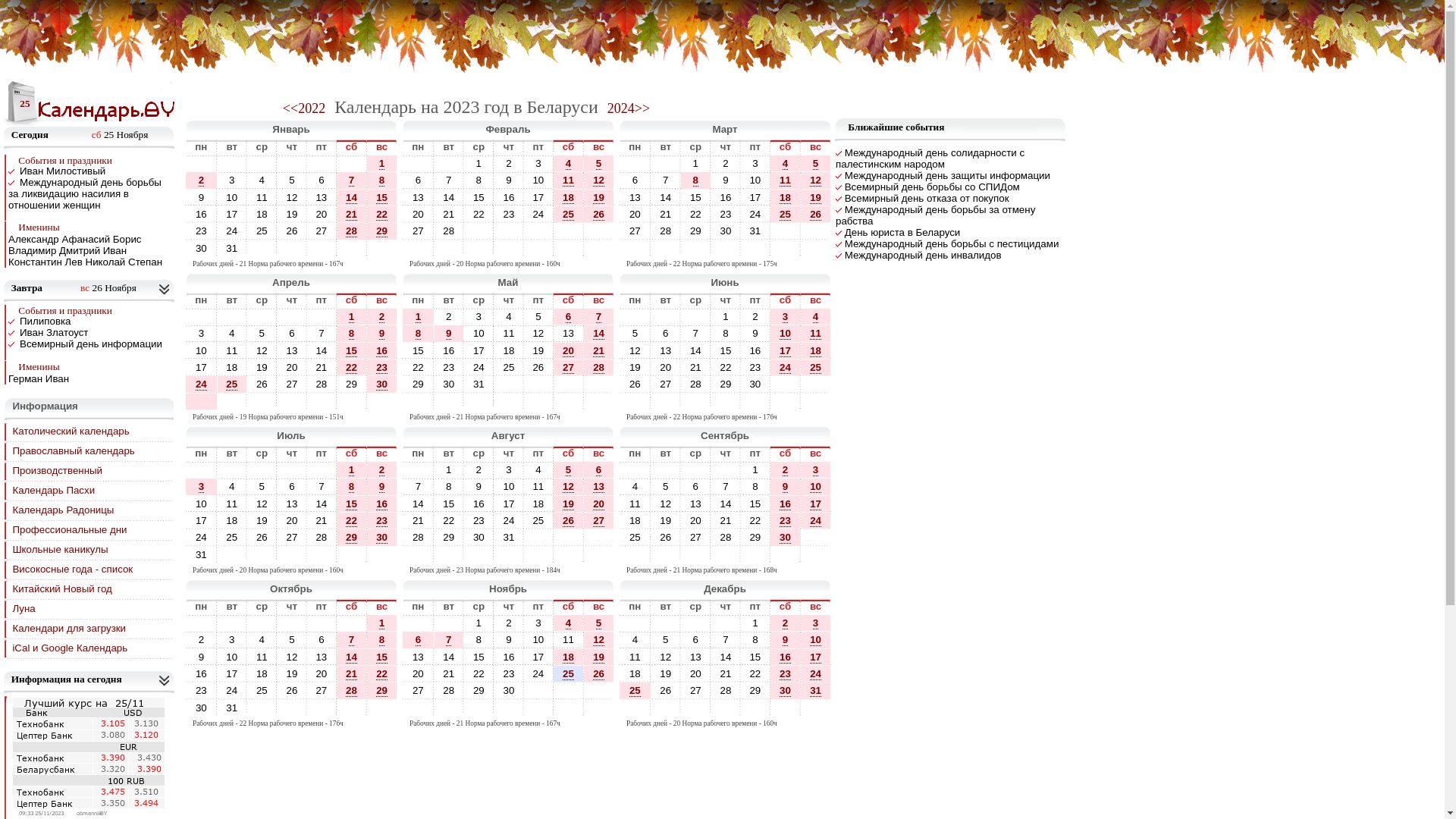 Image resolution: width=1456 pixels, height=819 pixels. I want to click on '5', so click(288, 179).